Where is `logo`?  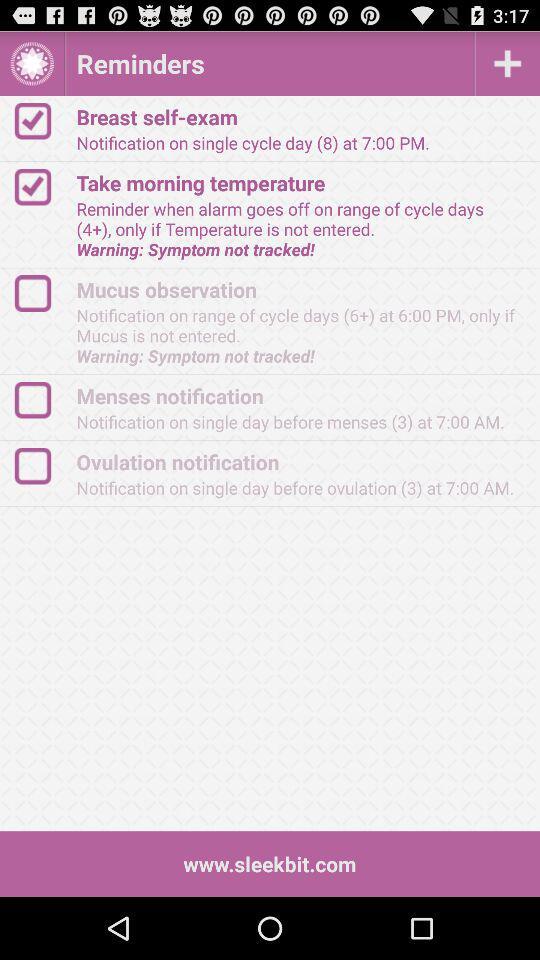
logo is located at coordinates (42, 466).